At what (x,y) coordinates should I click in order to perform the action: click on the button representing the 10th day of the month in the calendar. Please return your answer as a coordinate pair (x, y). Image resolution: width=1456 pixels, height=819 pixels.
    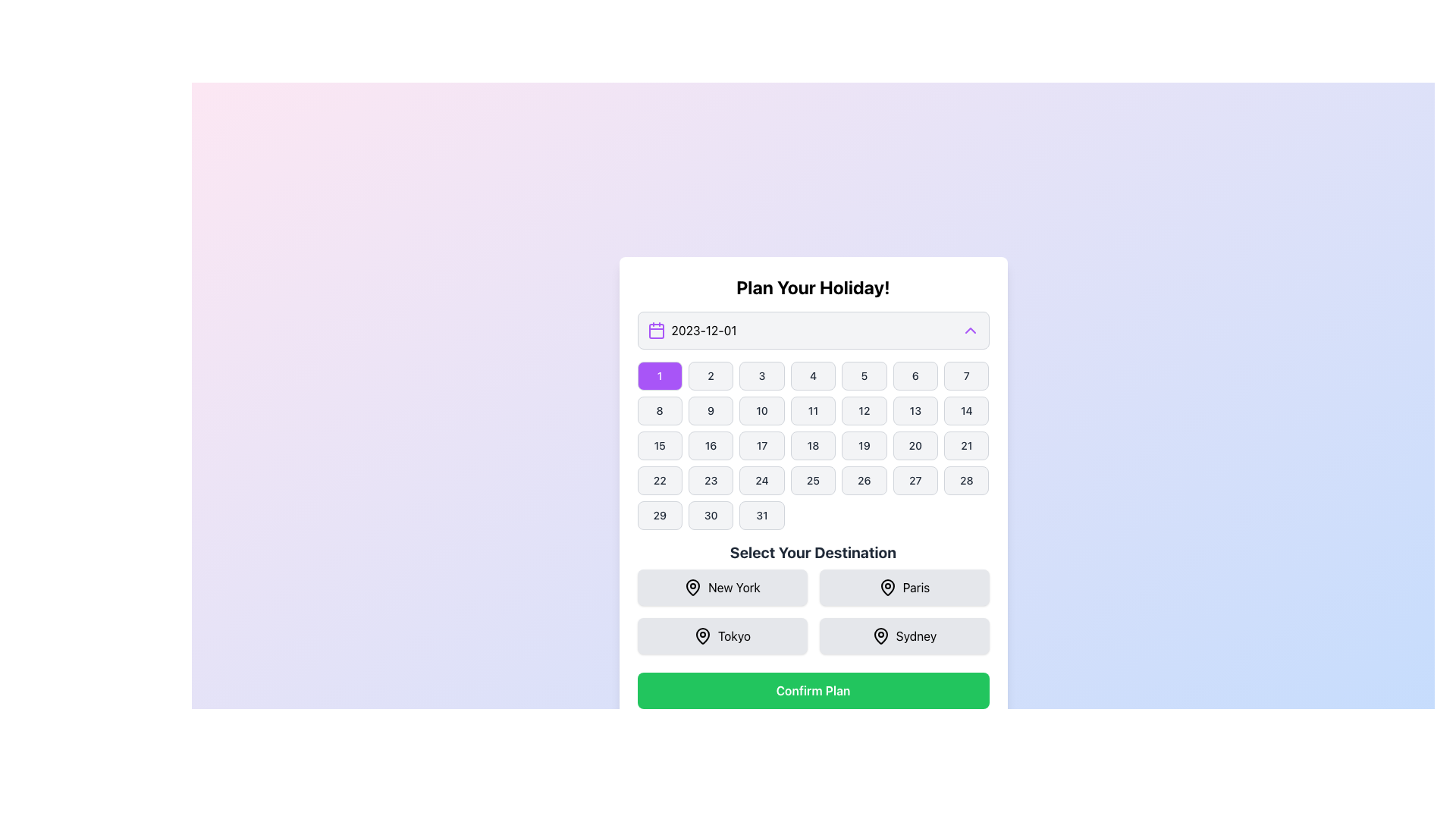
    Looking at the image, I should click on (762, 411).